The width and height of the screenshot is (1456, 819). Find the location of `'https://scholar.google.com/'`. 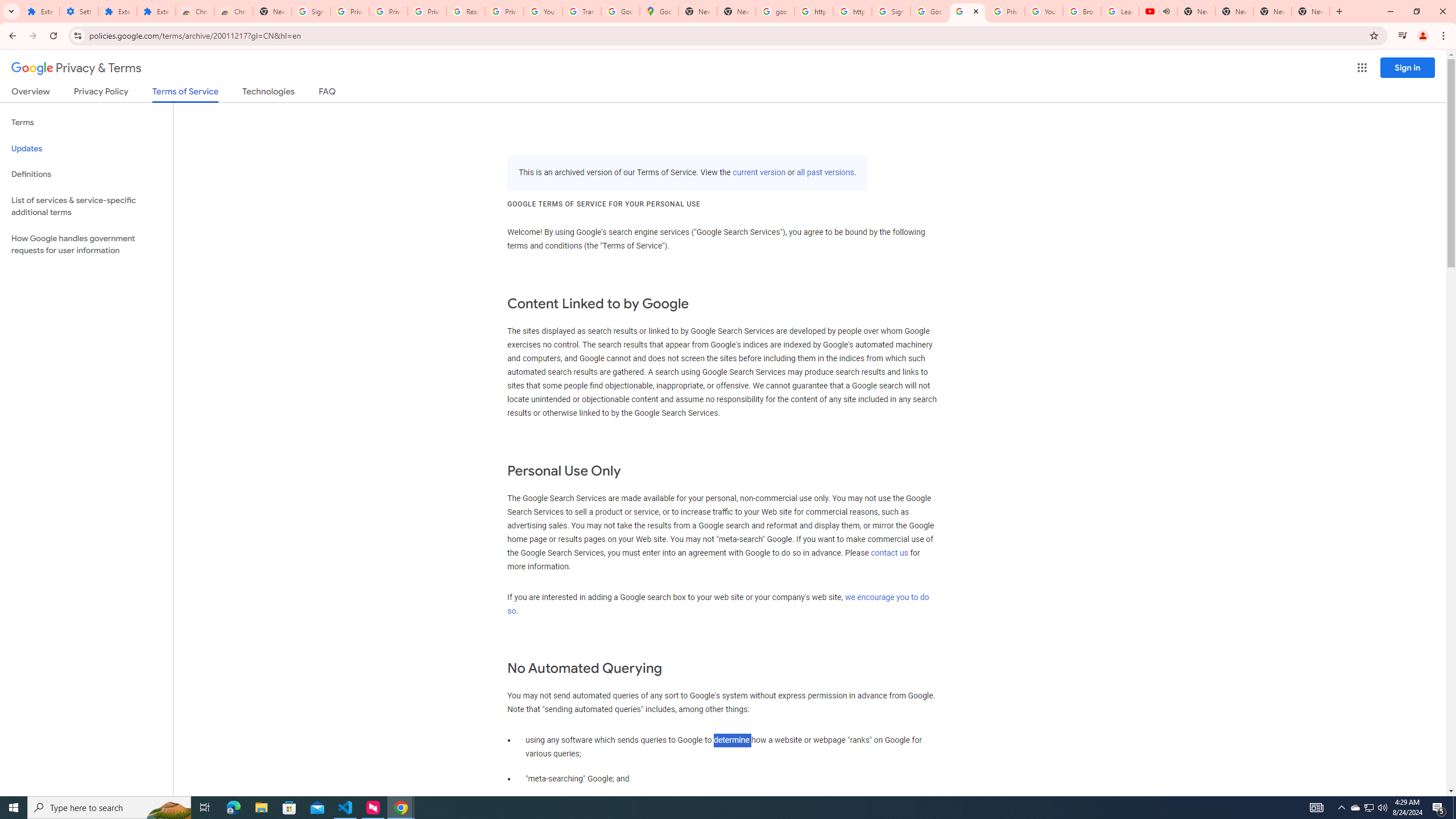

'https://scholar.google.com/' is located at coordinates (851, 11).